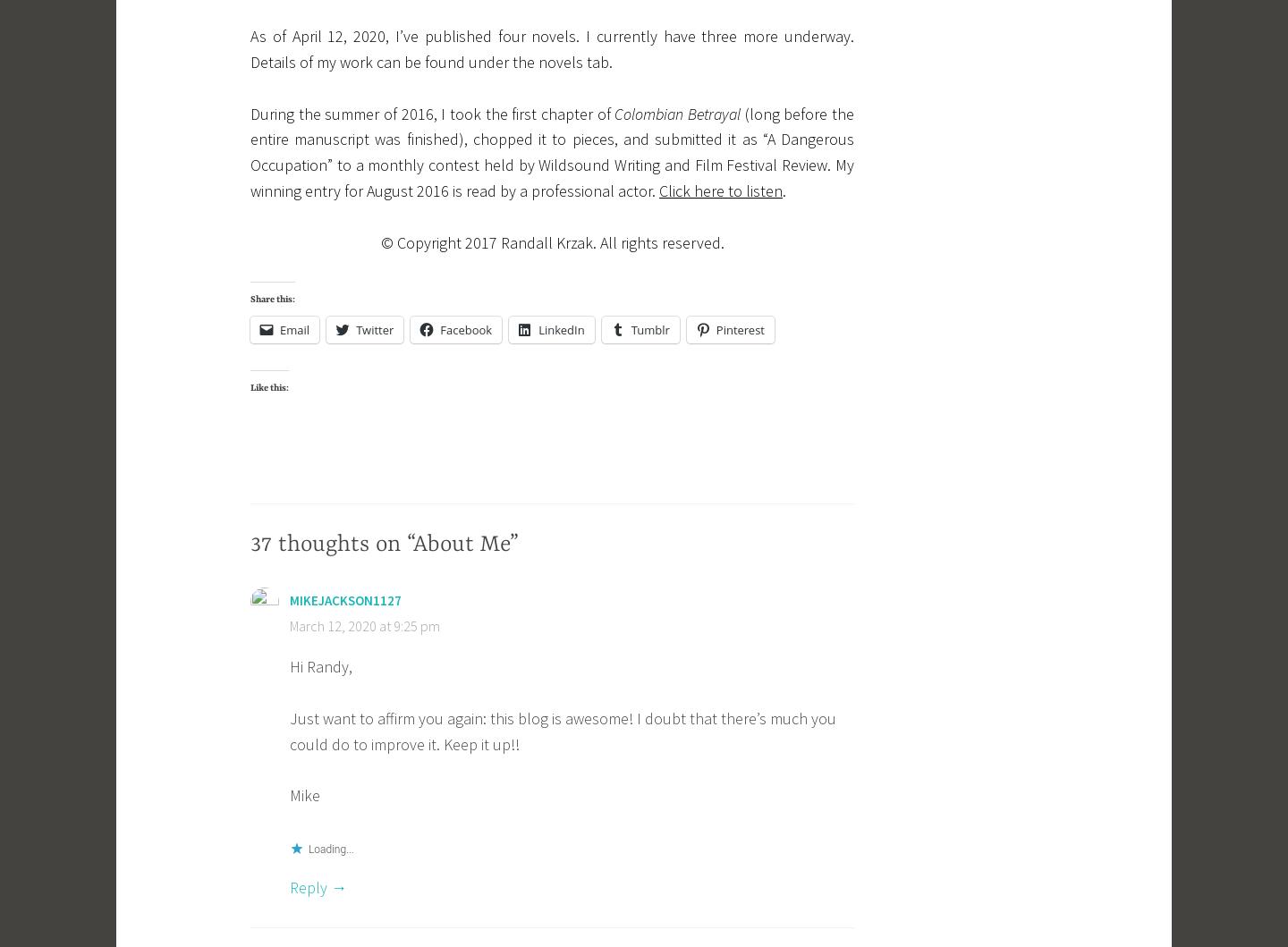 The height and width of the screenshot is (947, 1288). I want to click on 'Just want to affirm you again: this blog is awesome! I doubt that there’s much you could do to improve it. Keep it up!!', so click(290, 730).